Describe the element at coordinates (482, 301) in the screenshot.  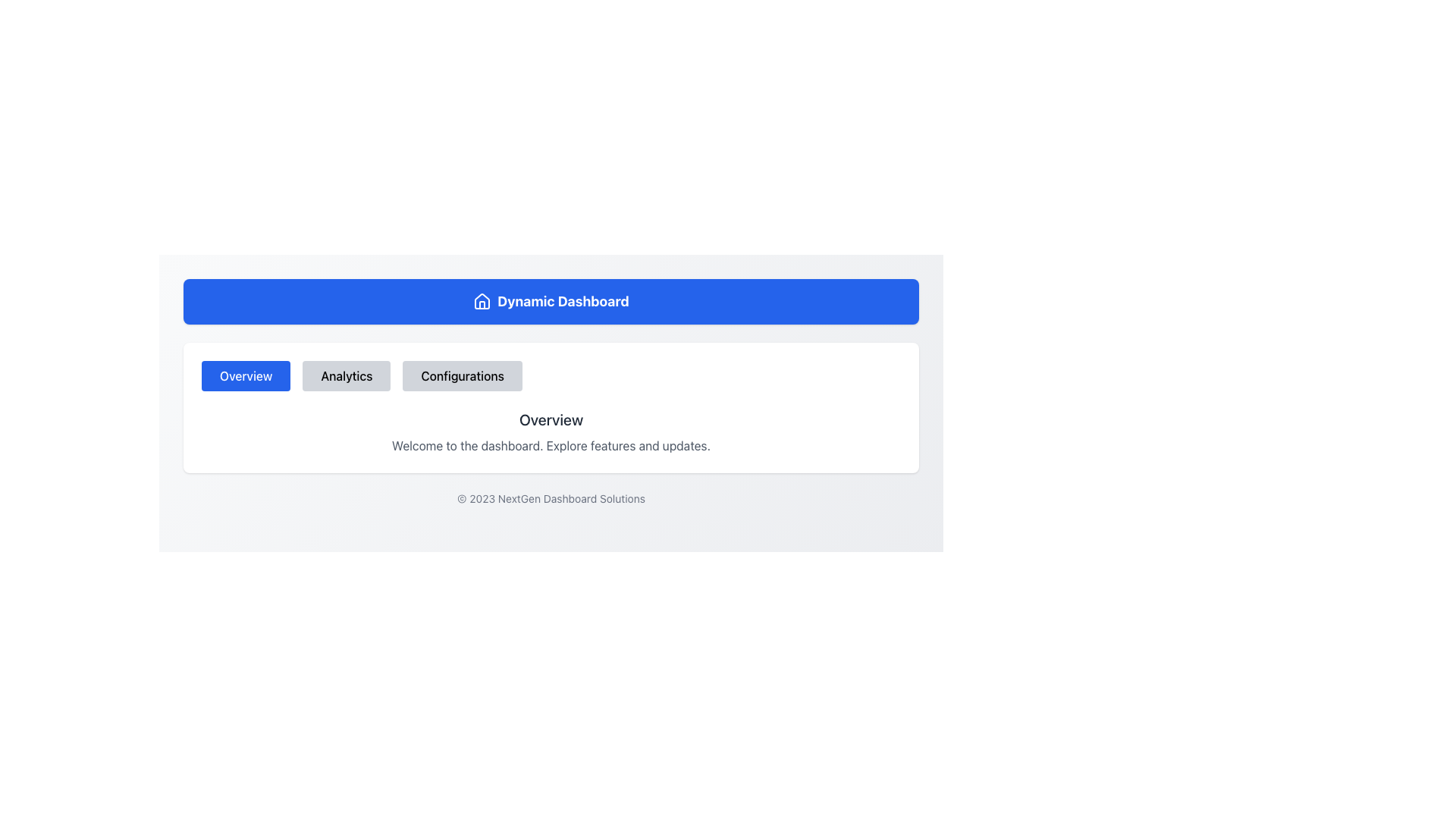
I see `the triangular roof portion of the house-shaped icon located inside the blue bar at the top of the interface, near the text 'Dynamic Dashboard'` at that location.